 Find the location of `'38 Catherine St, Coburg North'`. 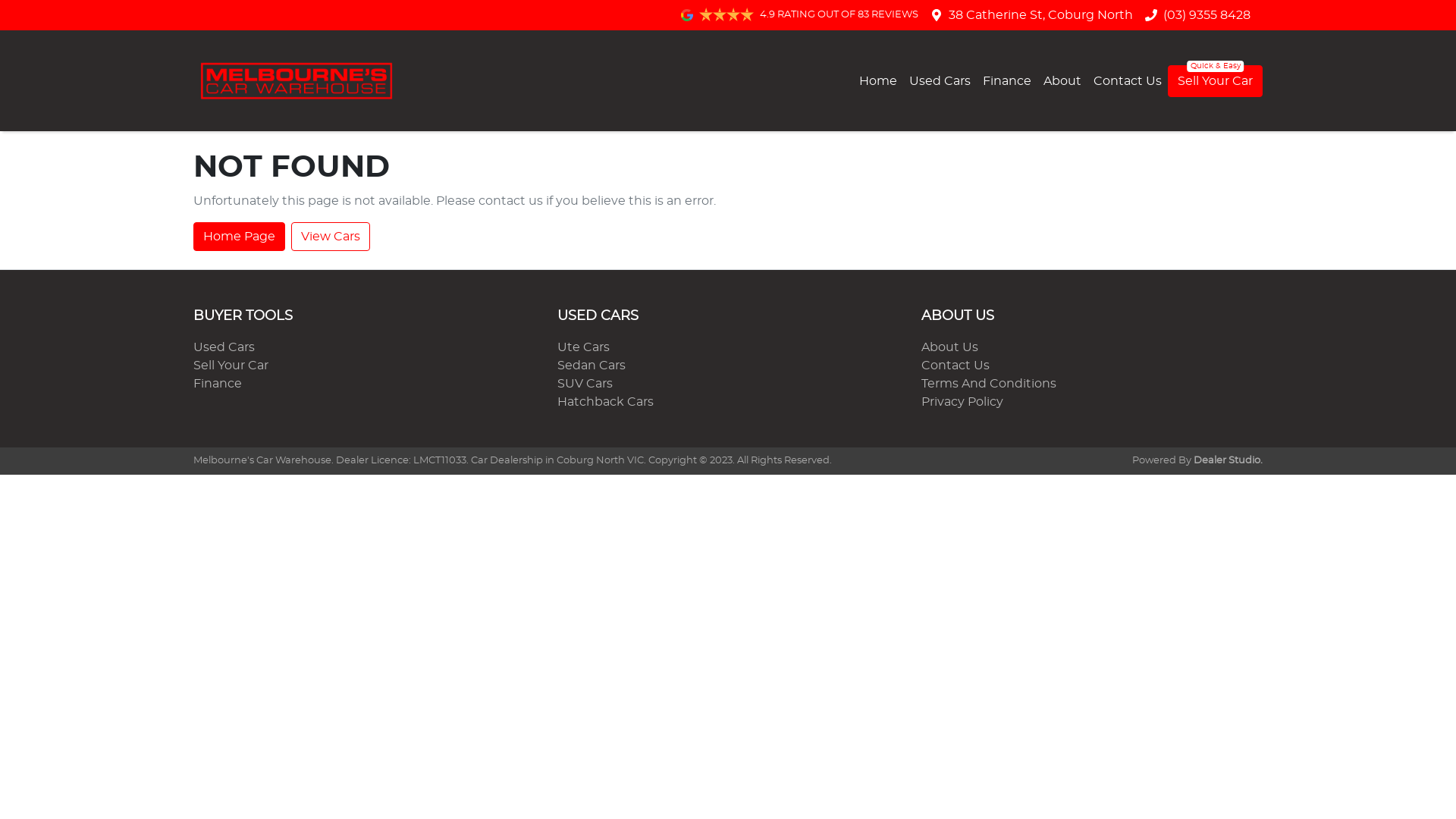

'38 Catherine St, Coburg North' is located at coordinates (1040, 14).